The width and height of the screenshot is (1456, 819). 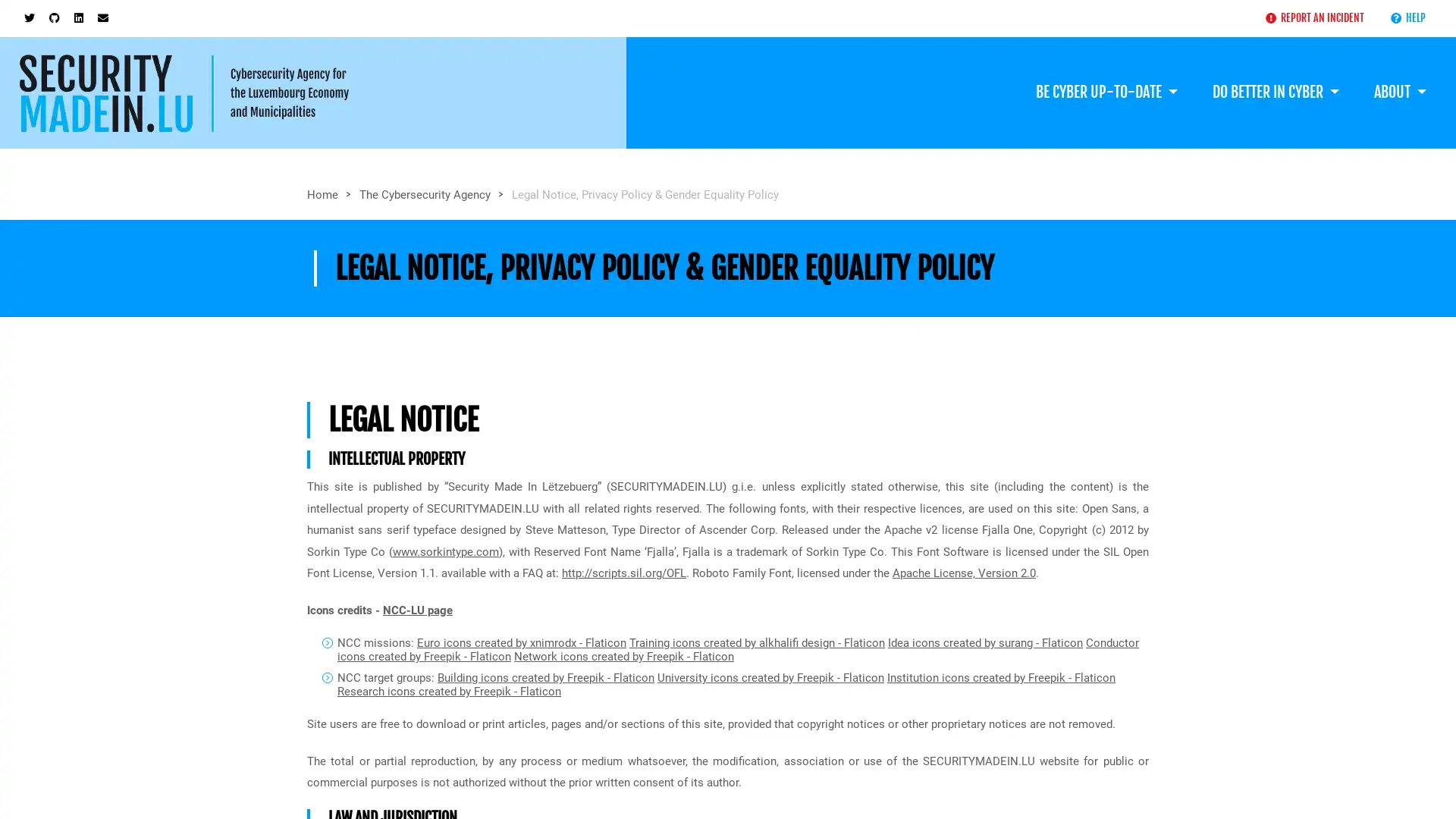 What do you see at coordinates (1399, 82) in the screenshot?
I see `ABOUT` at bounding box center [1399, 82].